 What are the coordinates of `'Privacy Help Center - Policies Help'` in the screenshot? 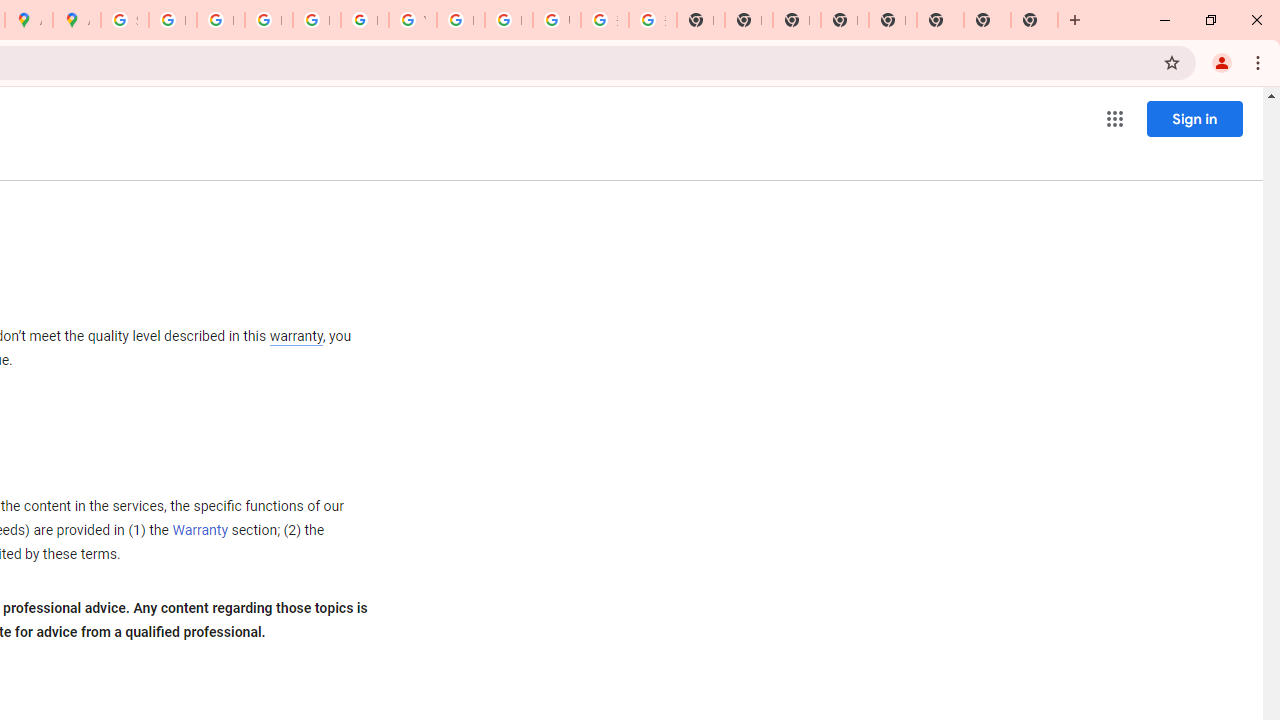 It's located at (267, 20).